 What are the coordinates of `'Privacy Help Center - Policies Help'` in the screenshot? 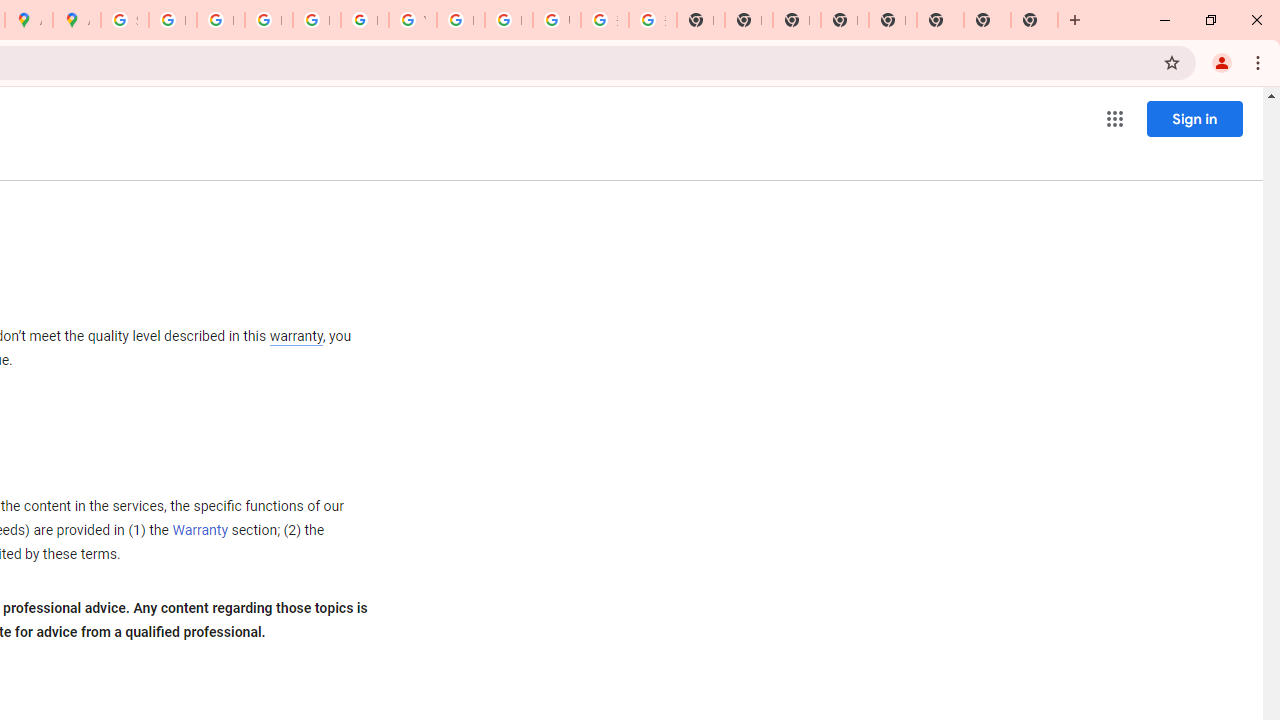 It's located at (267, 20).